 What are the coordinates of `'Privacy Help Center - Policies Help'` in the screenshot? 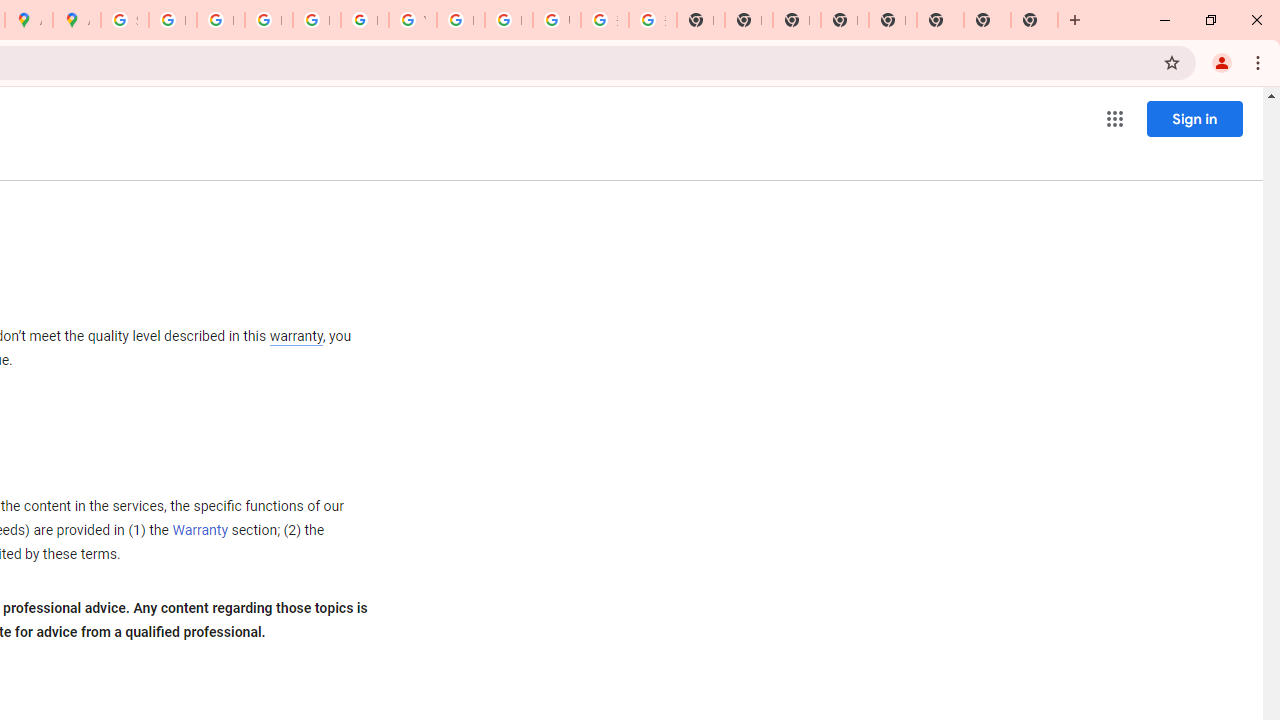 It's located at (267, 20).